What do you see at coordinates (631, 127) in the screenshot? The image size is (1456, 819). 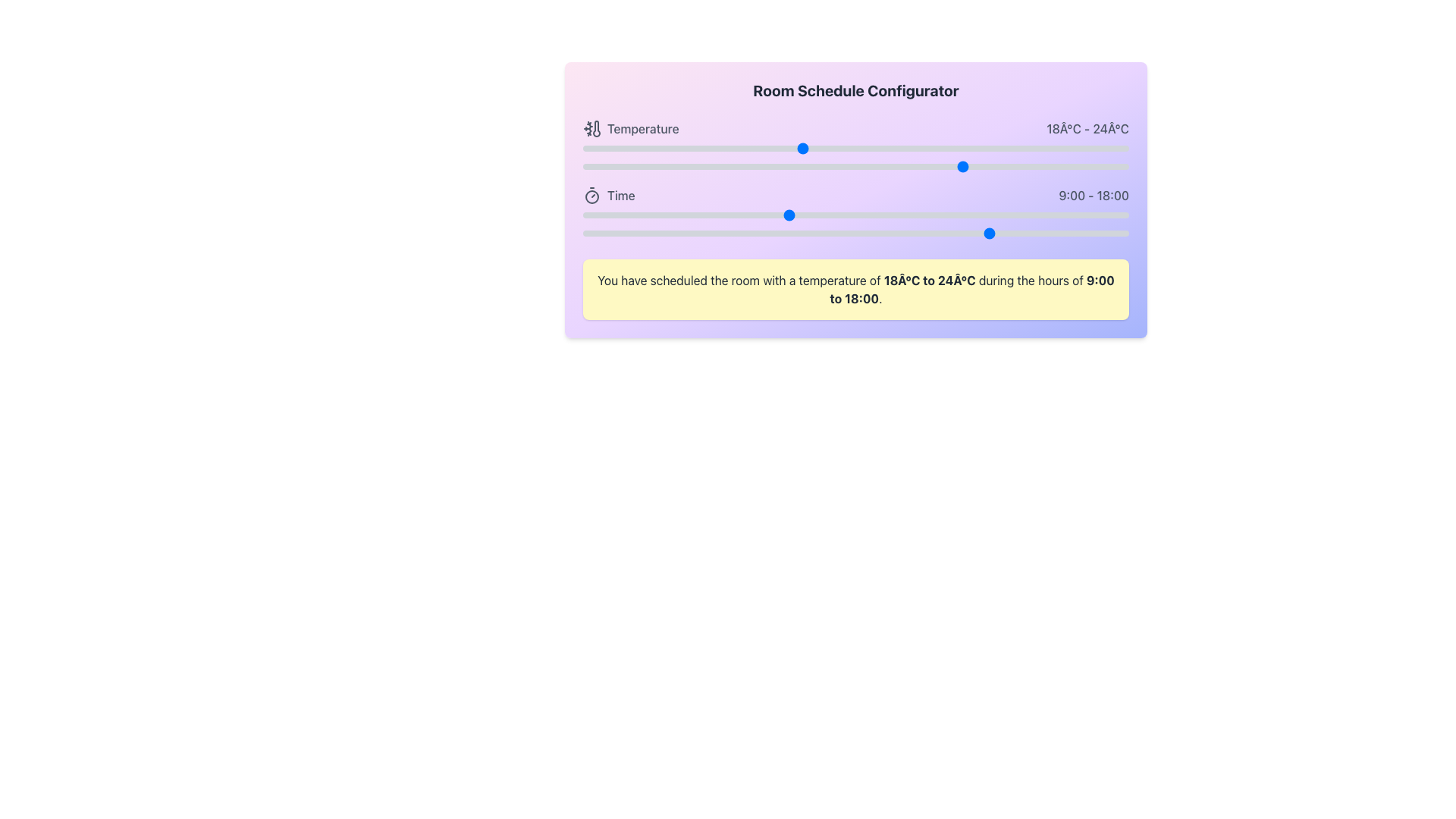 I see `the 'Temperature' label that features a thermometer icon with a snowflake, located in the top-left of the room configuration bar for additional related interactions` at bounding box center [631, 127].